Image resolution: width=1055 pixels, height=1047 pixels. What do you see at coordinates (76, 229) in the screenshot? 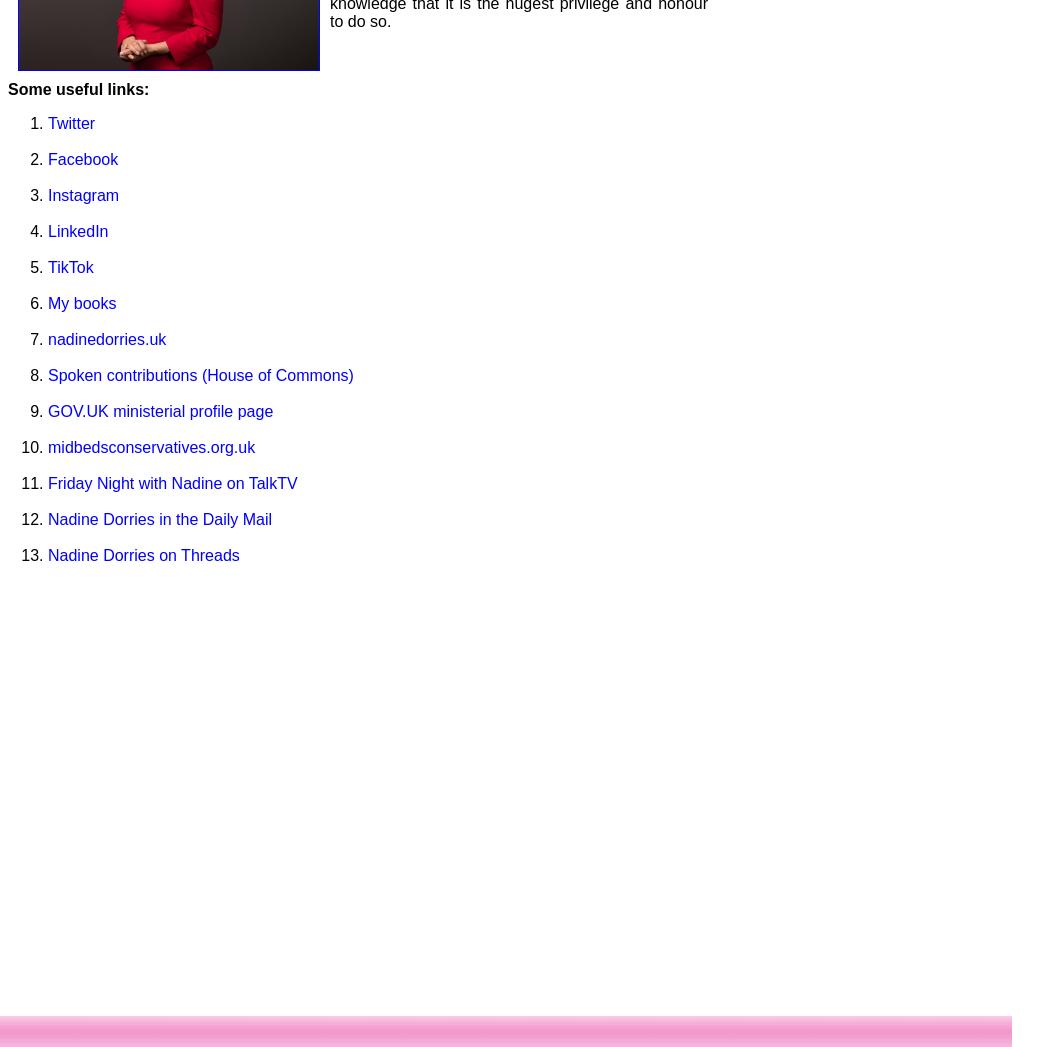
I see `'LinkedIn'` at bounding box center [76, 229].